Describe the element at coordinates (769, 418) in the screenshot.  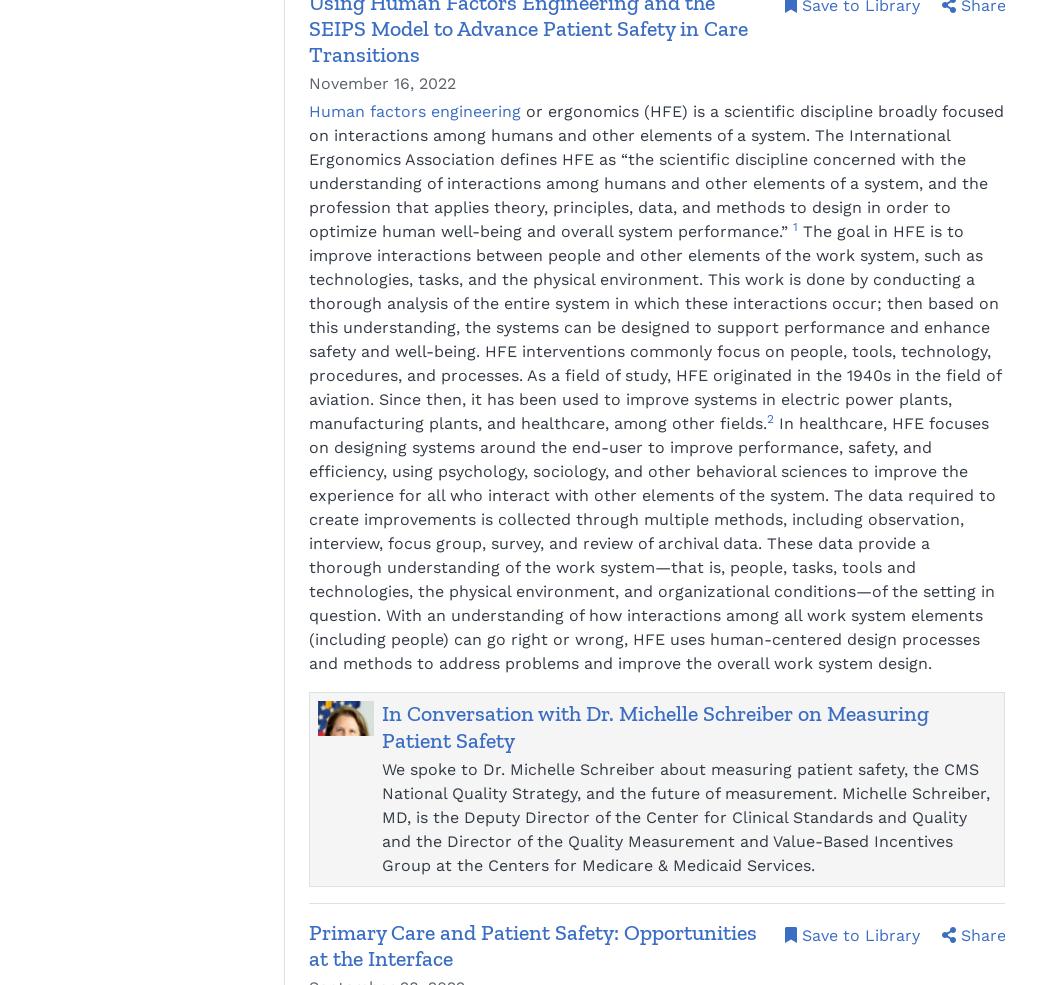
I see `'2'` at that location.